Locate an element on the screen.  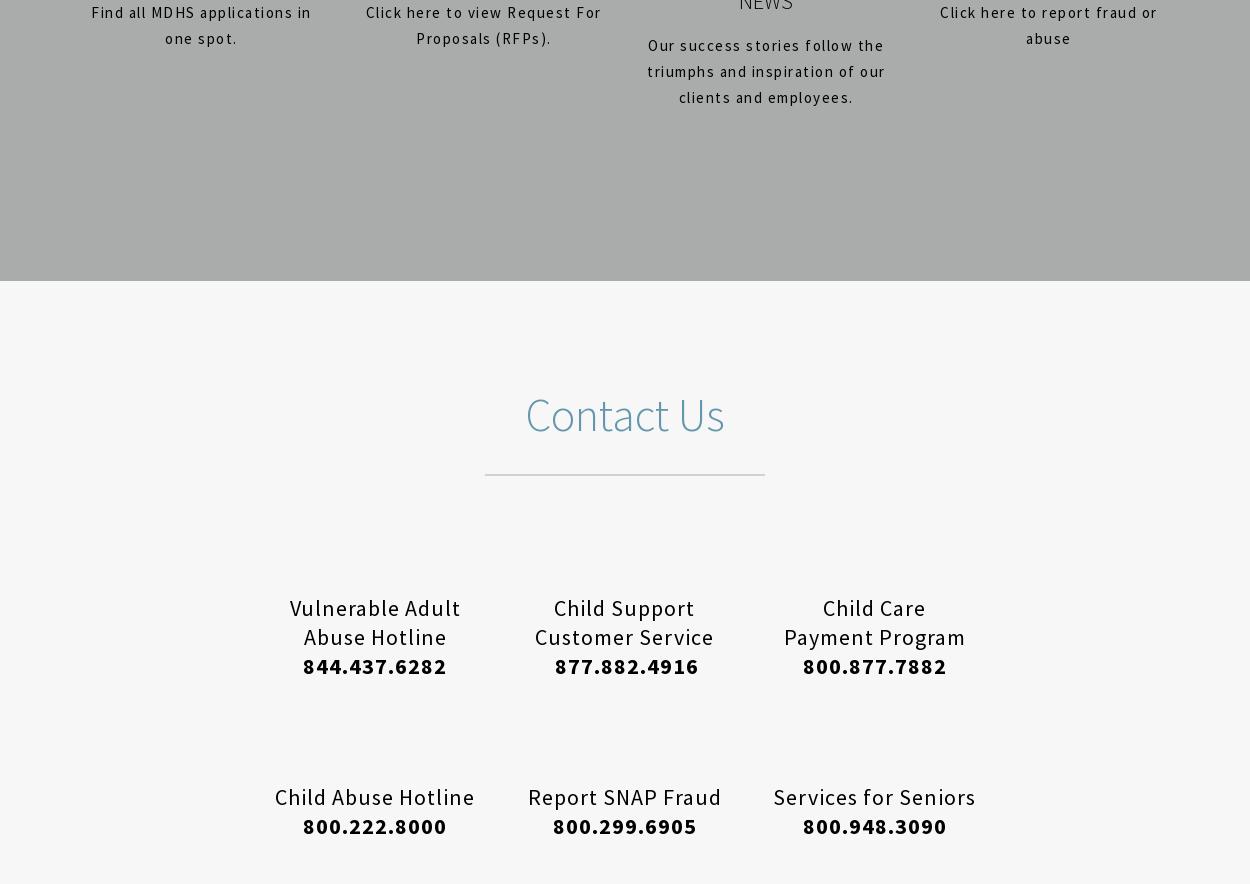
'800.222.8000' is located at coordinates (375, 825).